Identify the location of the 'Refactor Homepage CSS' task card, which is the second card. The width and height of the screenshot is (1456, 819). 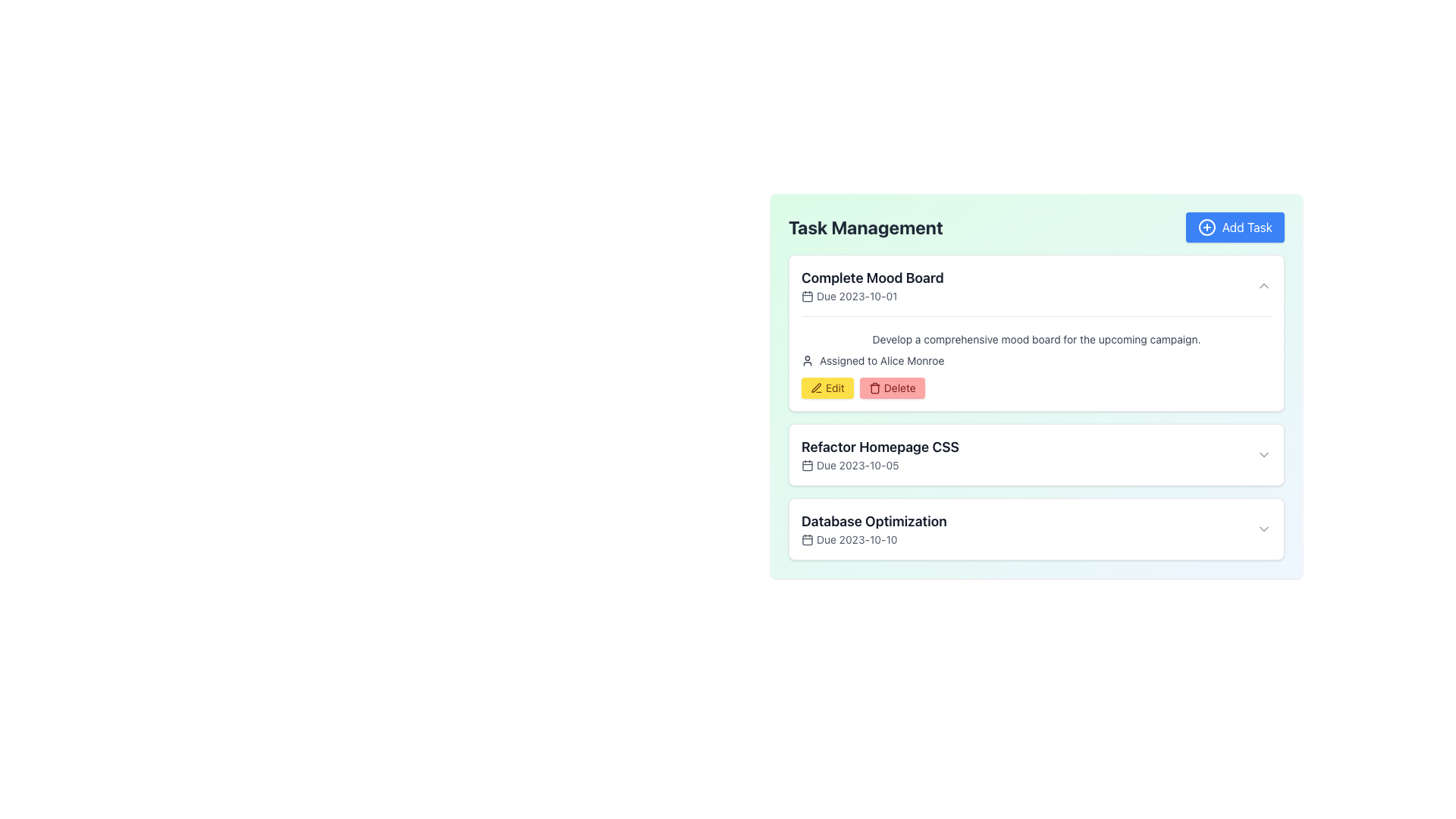
(1036, 454).